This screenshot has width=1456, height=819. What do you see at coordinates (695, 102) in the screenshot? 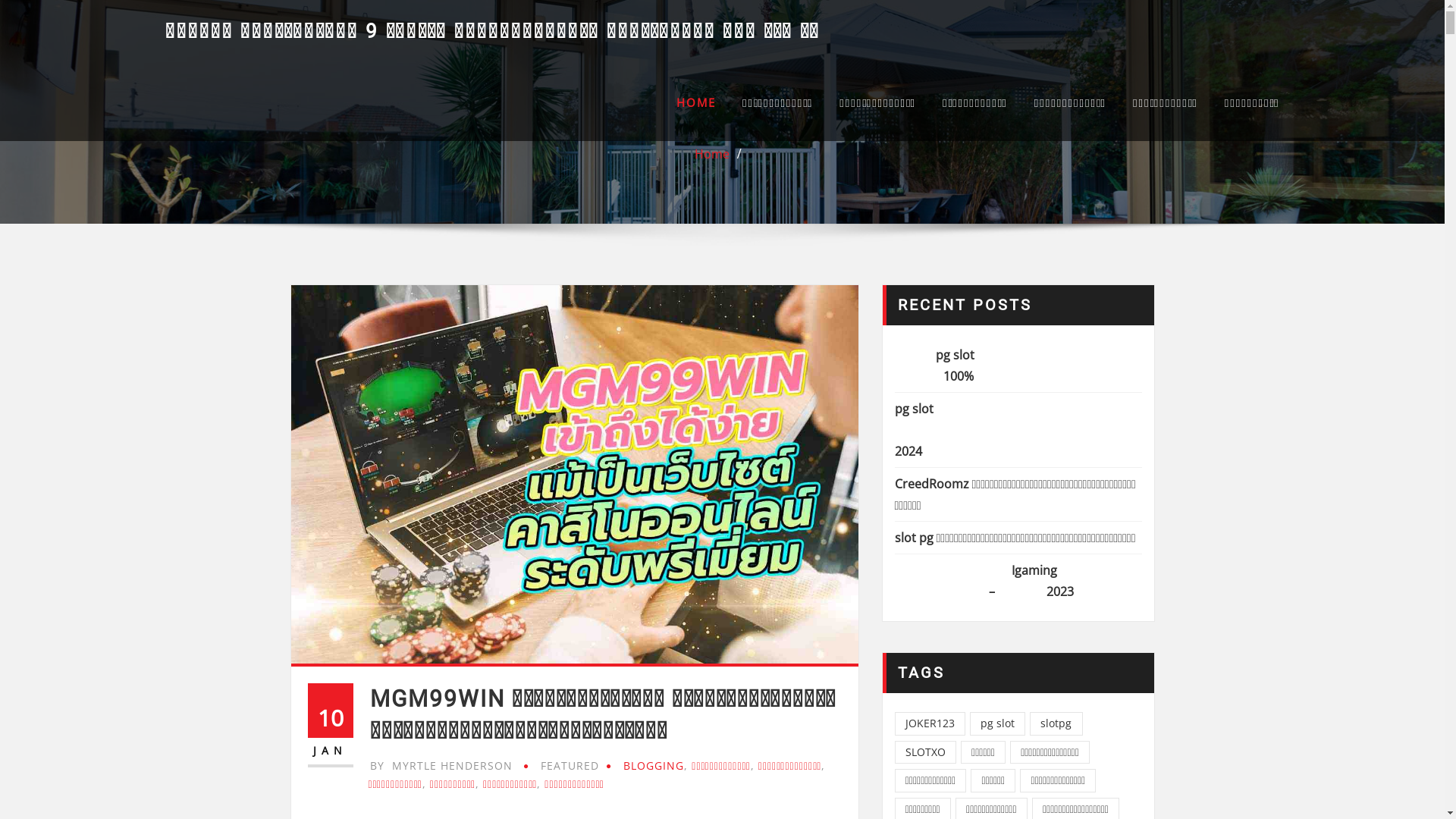
I see `'HOME'` at bounding box center [695, 102].